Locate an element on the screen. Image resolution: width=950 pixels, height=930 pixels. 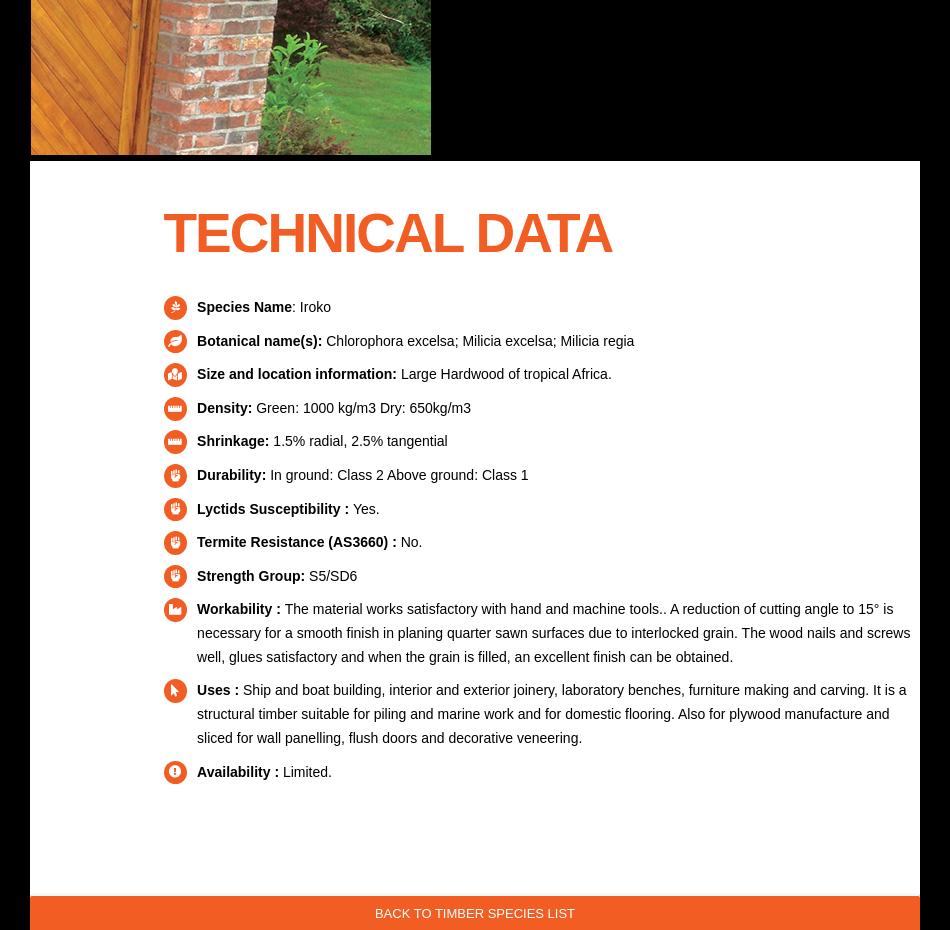
': Iroko' is located at coordinates (310, 306).